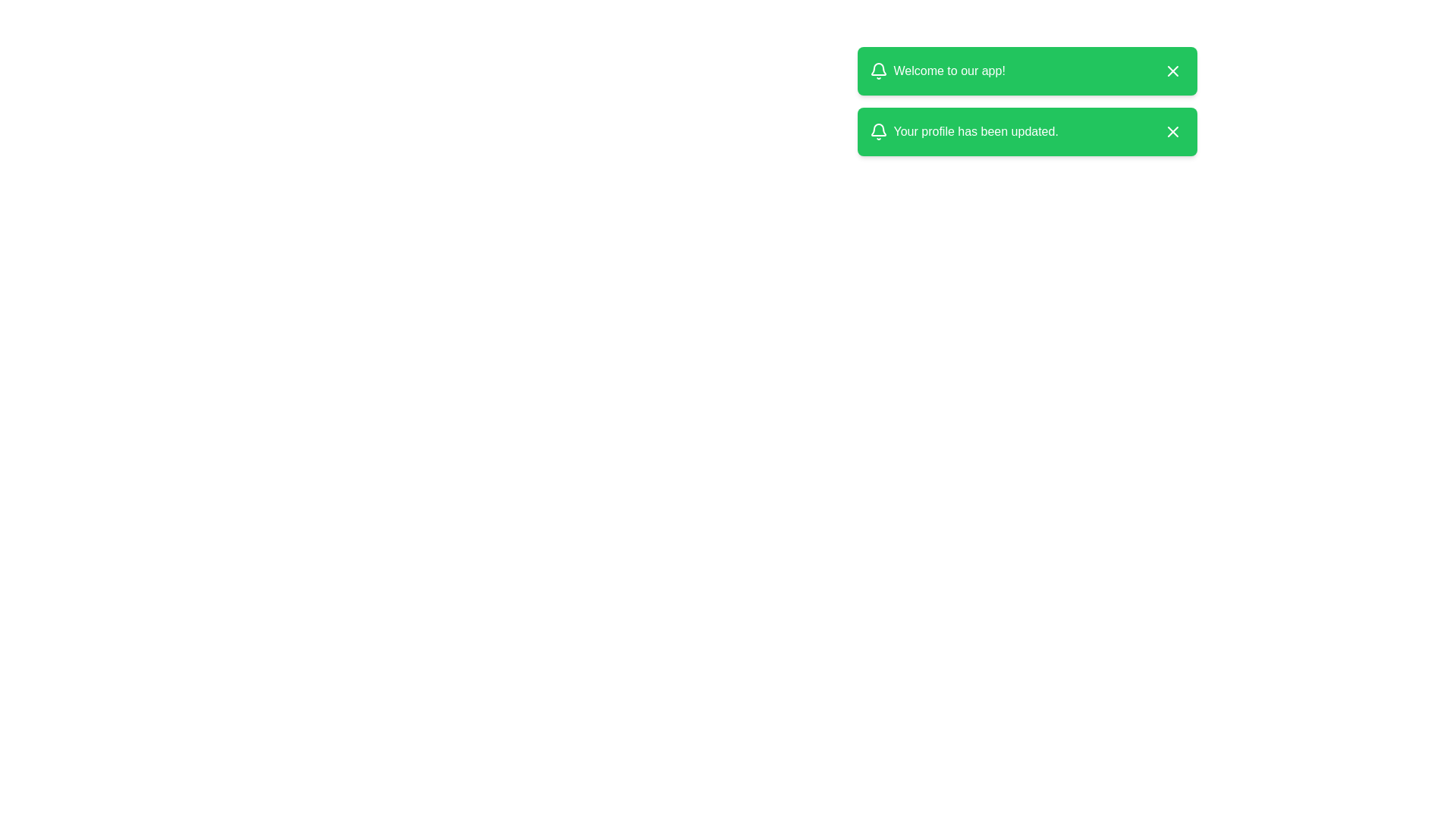 The height and width of the screenshot is (819, 1456). I want to click on the small 'X' icon on the green background, so click(1172, 130).